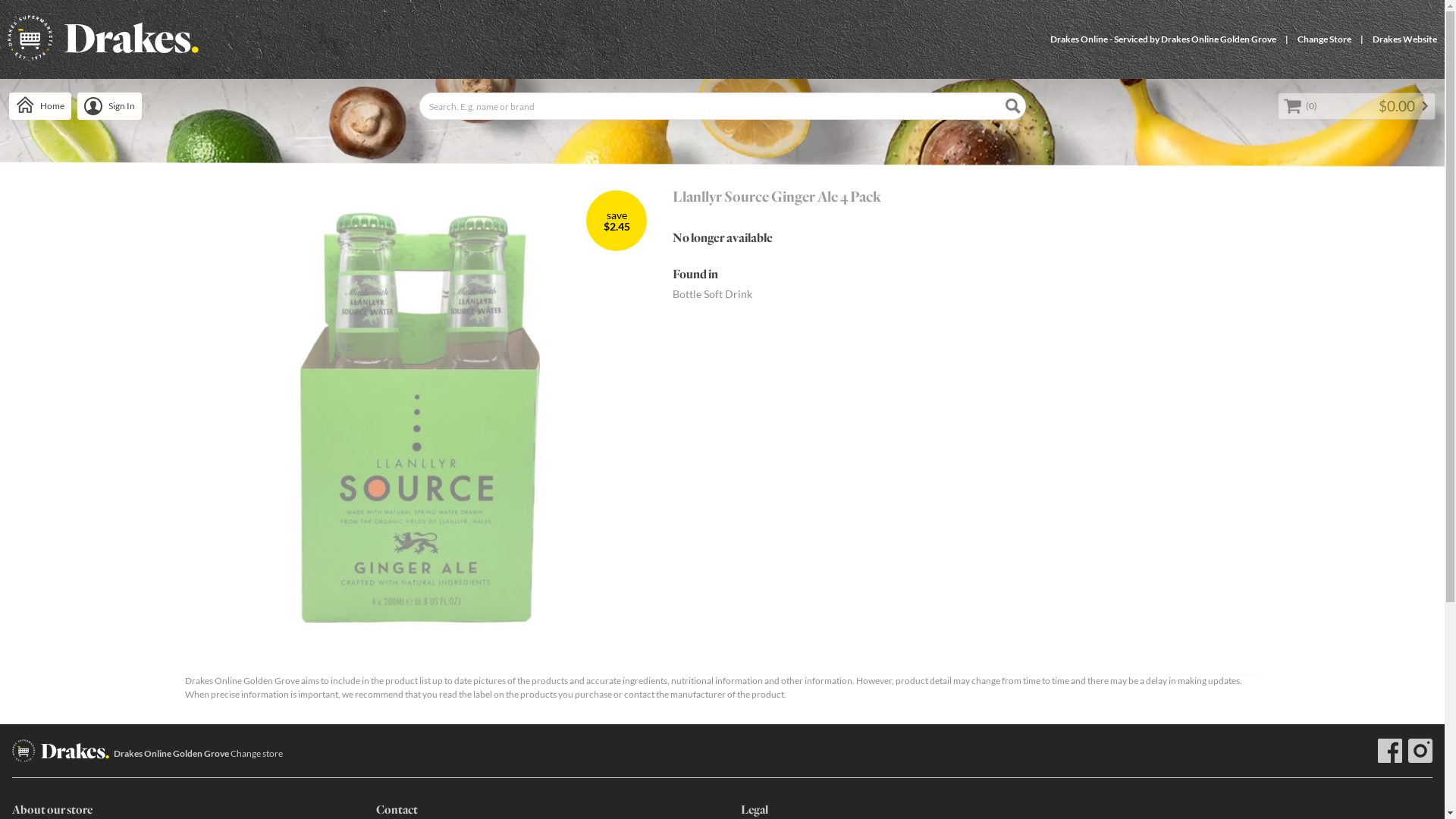 The height and width of the screenshot is (819, 1456). I want to click on 'Facebook', so click(1390, 751).